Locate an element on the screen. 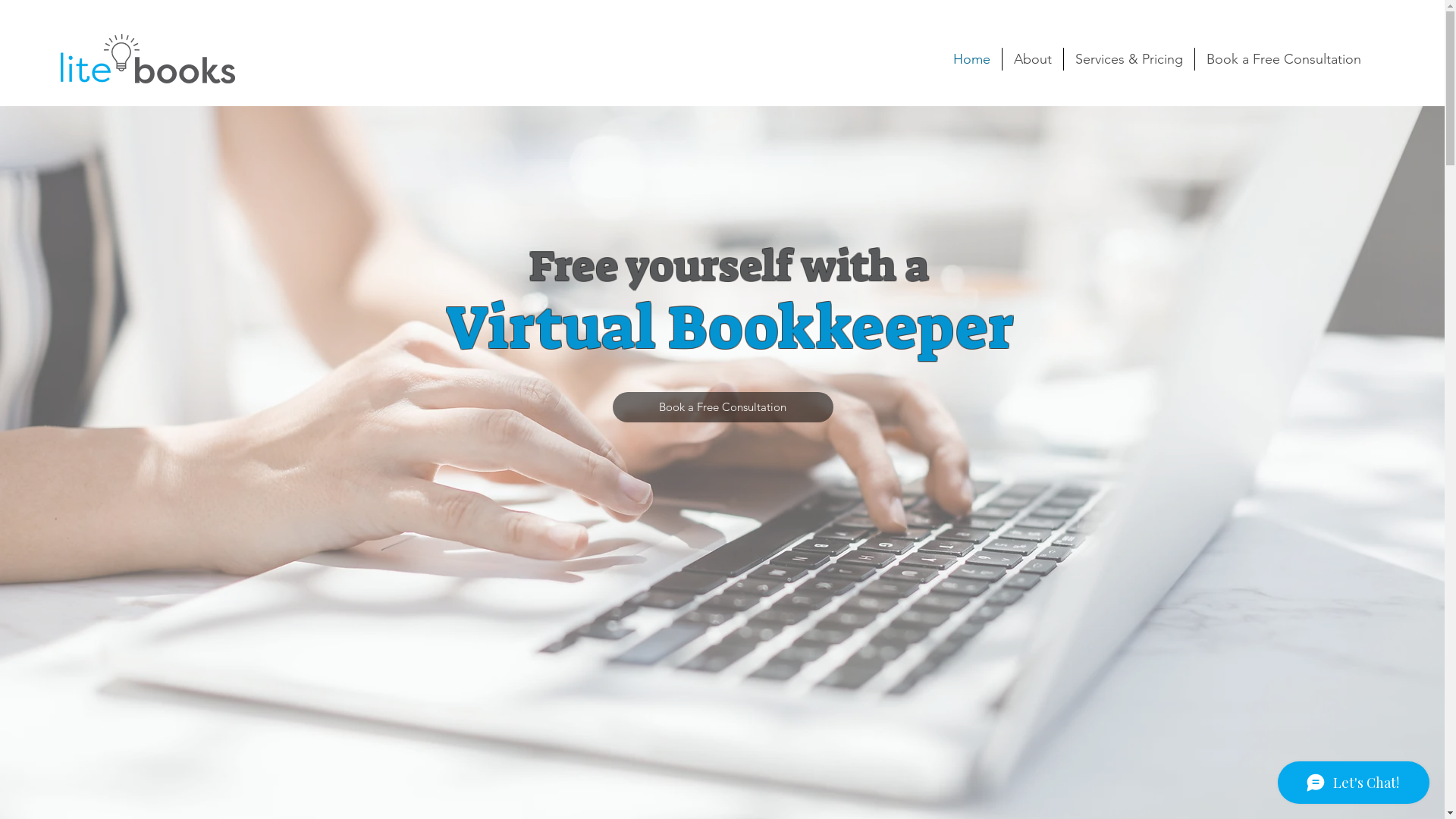 The width and height of the screenshot is (1456, 819). 'Home' is located at coordinates (971, 58).